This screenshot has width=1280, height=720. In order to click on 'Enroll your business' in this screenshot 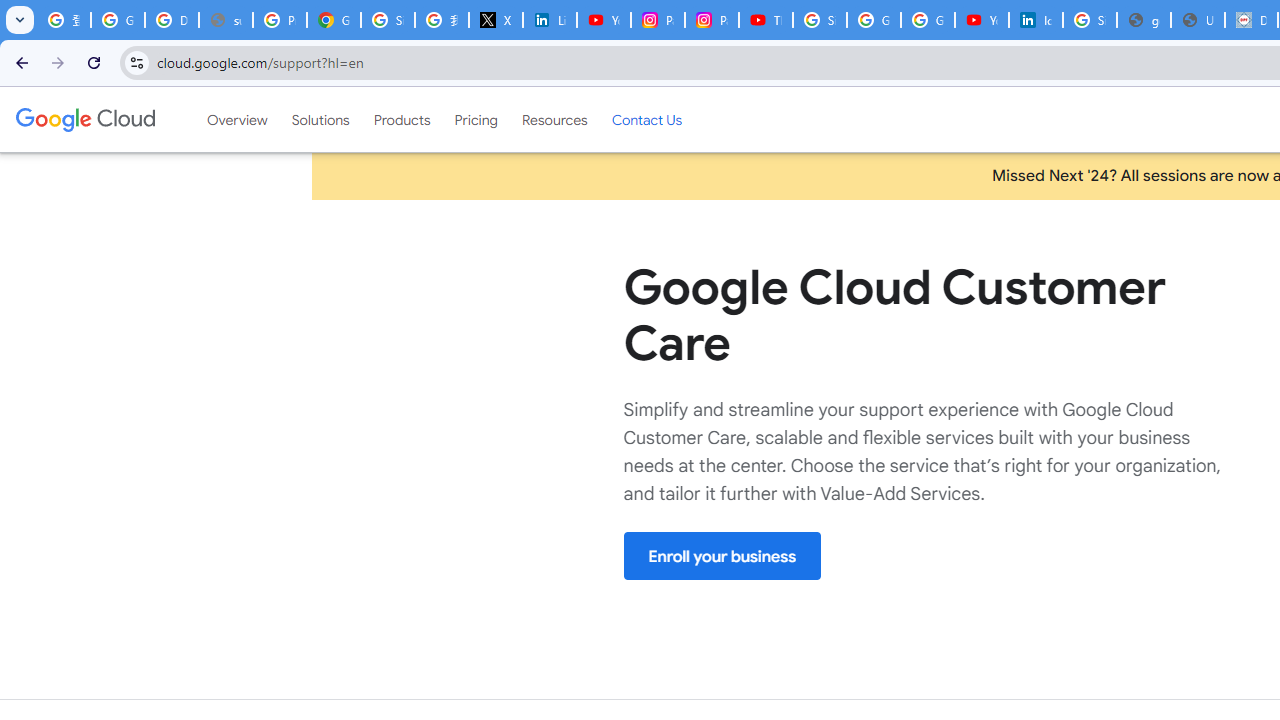, I will do `click(721, 556)`.